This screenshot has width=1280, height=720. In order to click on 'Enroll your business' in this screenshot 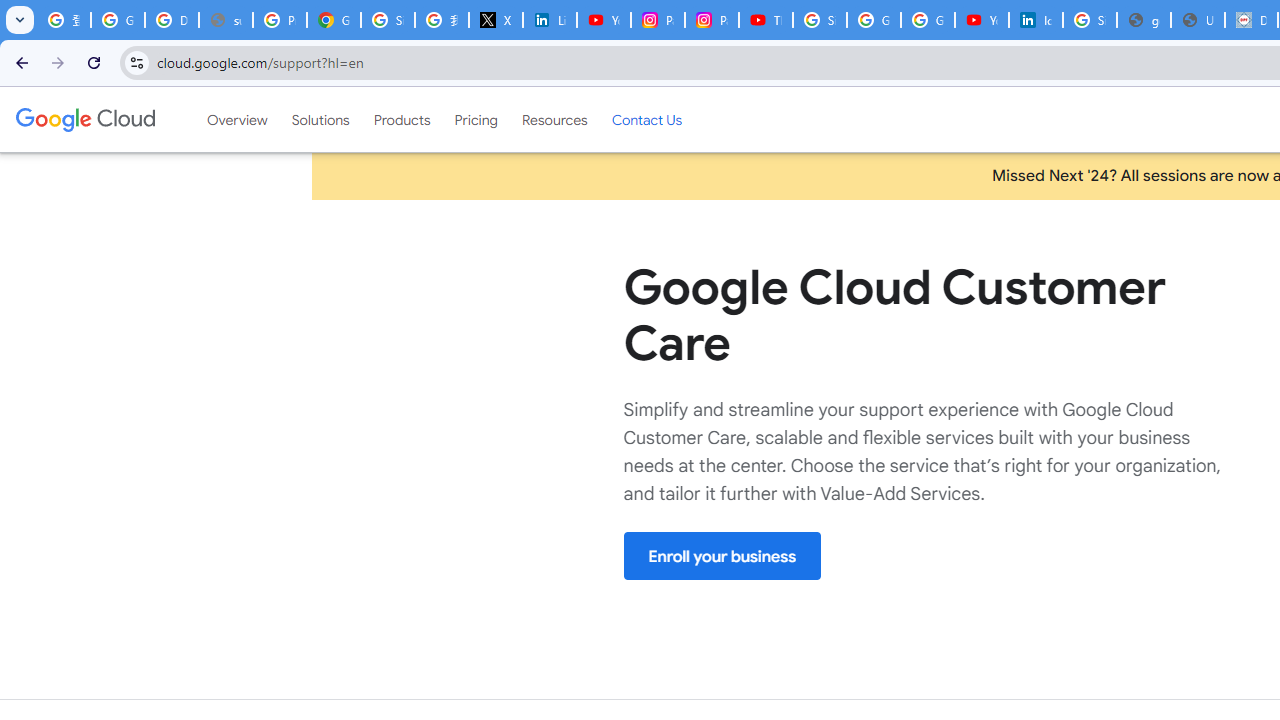, I will do `click(721, 556)`.